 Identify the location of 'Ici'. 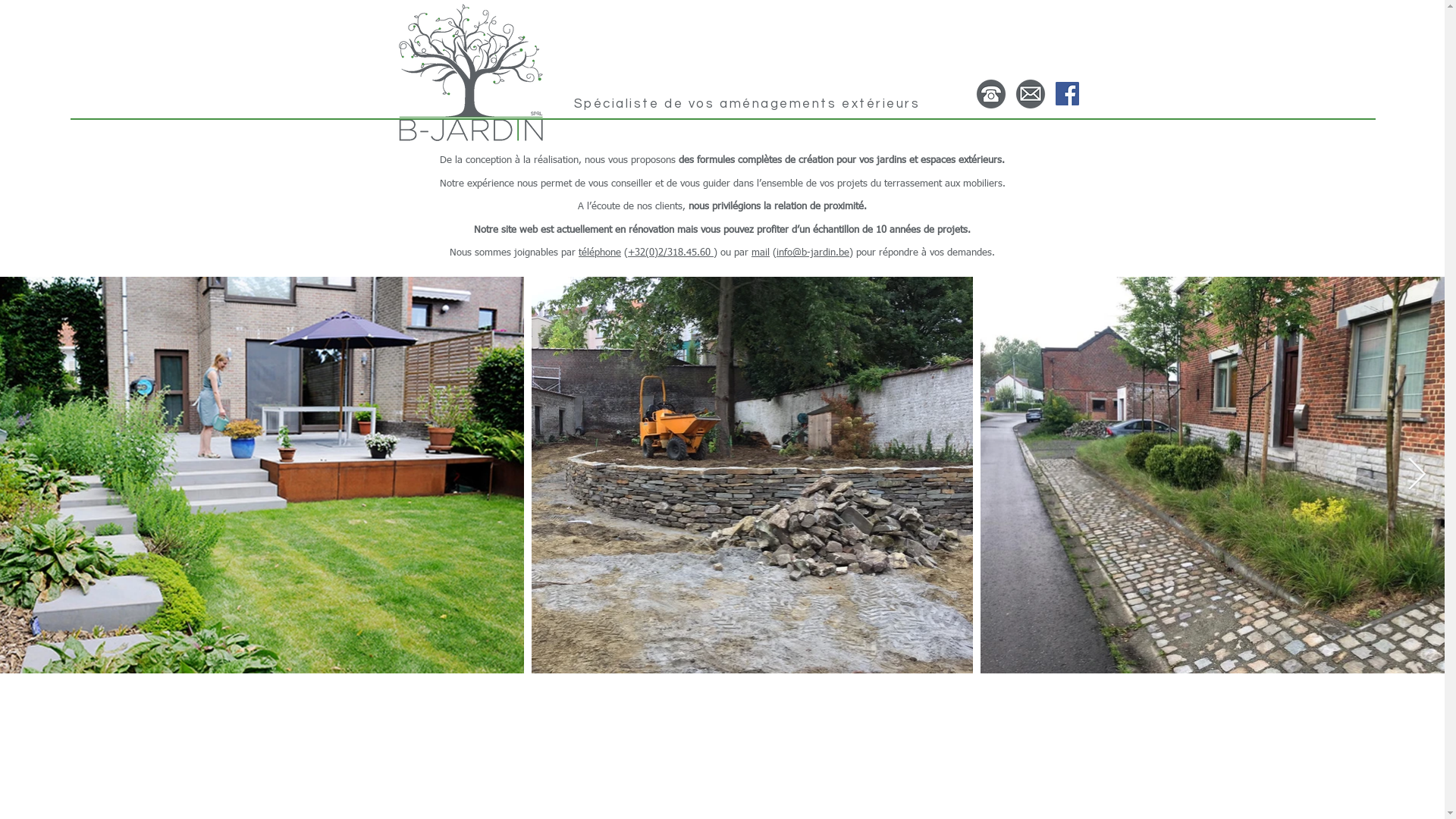
(385, 128).